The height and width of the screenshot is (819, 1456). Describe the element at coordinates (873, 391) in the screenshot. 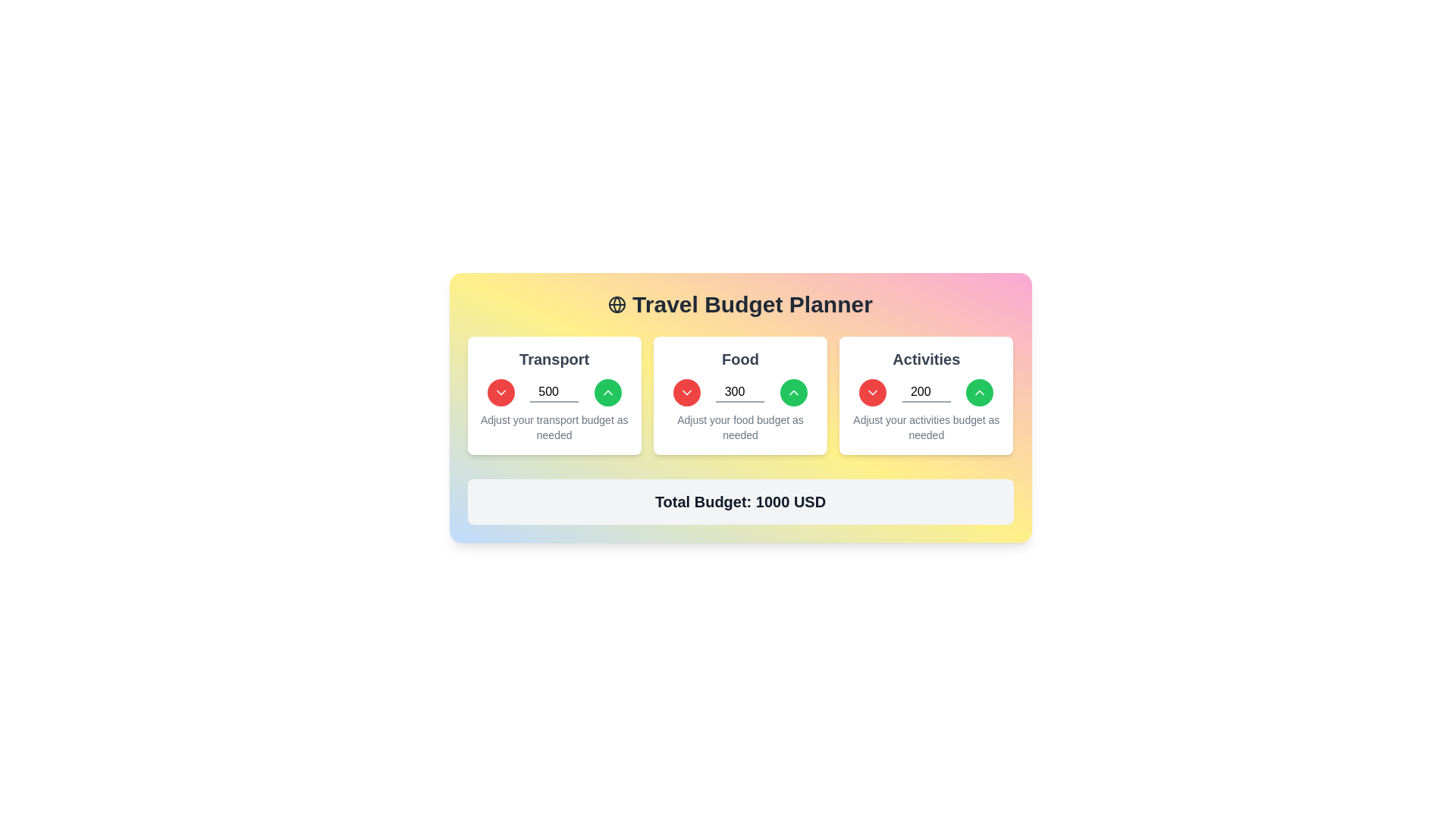

I see `the chevron icon located on the left-hand side of the red circular button below the 'Transport' label in the first card of budget categories to decrease the value or collapse` at that location.